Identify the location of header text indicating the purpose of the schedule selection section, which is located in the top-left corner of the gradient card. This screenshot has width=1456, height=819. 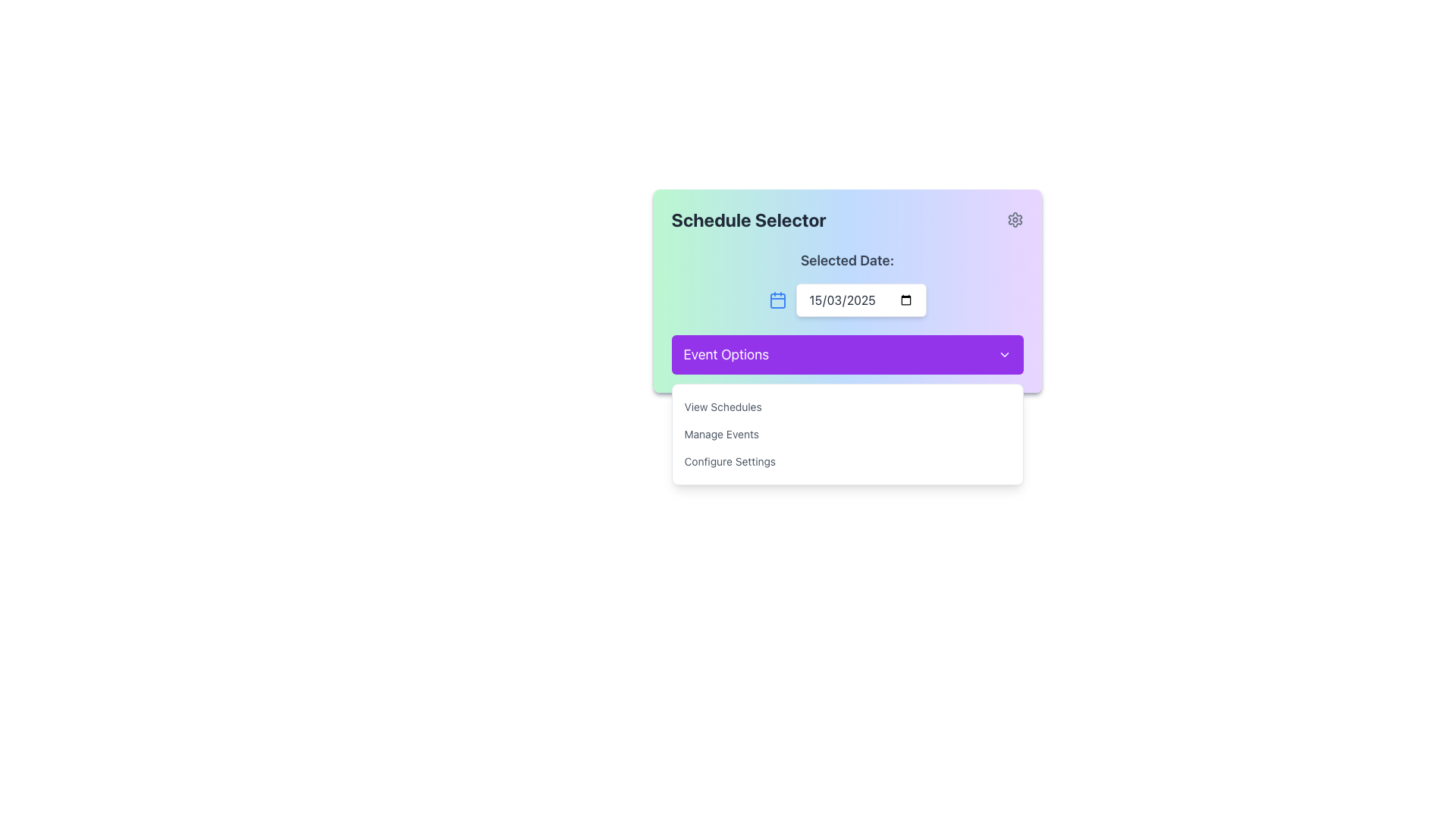
(748, 219).